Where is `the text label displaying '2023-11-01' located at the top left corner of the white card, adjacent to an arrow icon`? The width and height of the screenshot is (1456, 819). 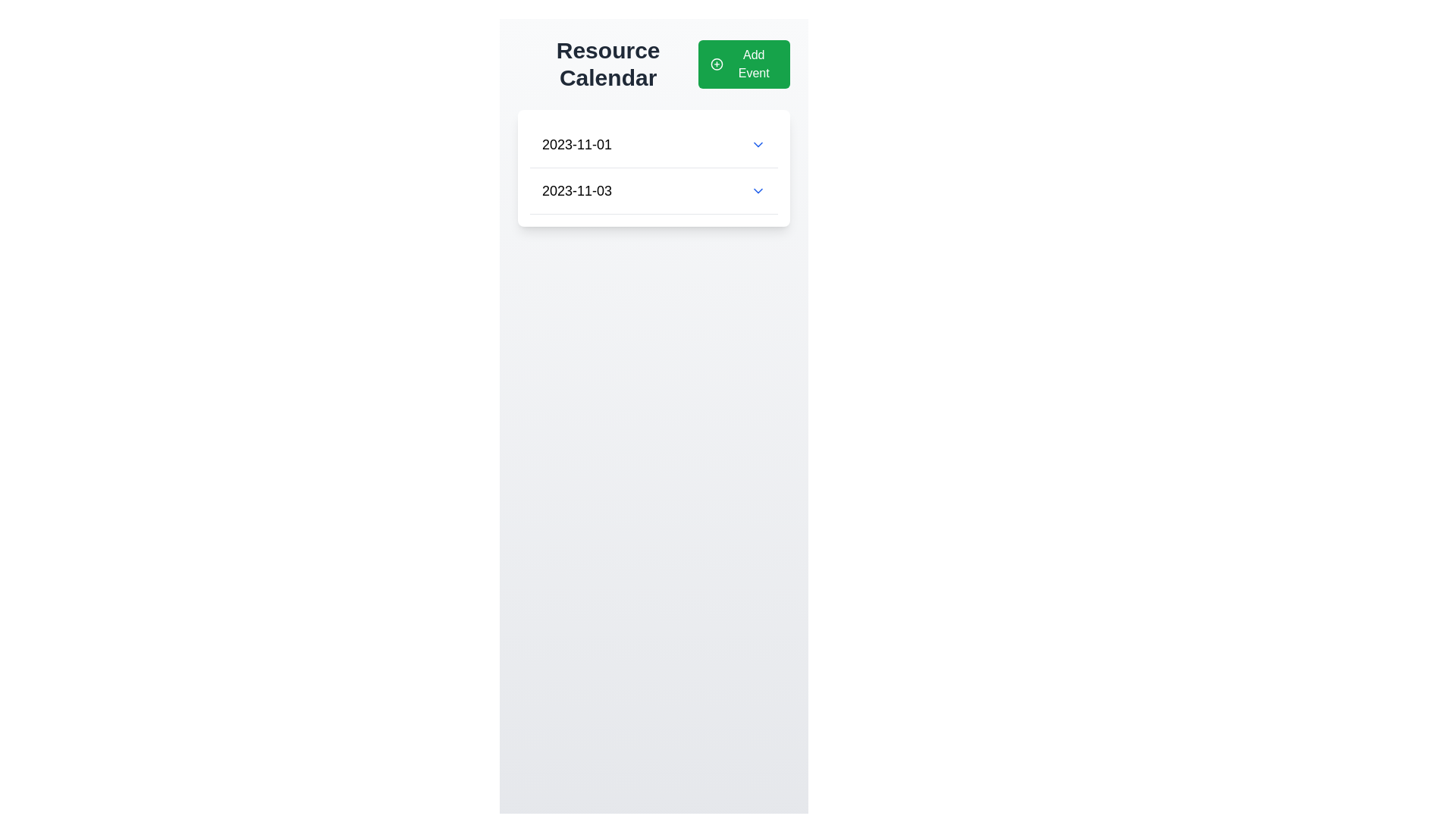
the text label displaying '2023-11-01' located at the top left corner of the white card, adjacent to an arrow icon is located at coordinates (576, 145).